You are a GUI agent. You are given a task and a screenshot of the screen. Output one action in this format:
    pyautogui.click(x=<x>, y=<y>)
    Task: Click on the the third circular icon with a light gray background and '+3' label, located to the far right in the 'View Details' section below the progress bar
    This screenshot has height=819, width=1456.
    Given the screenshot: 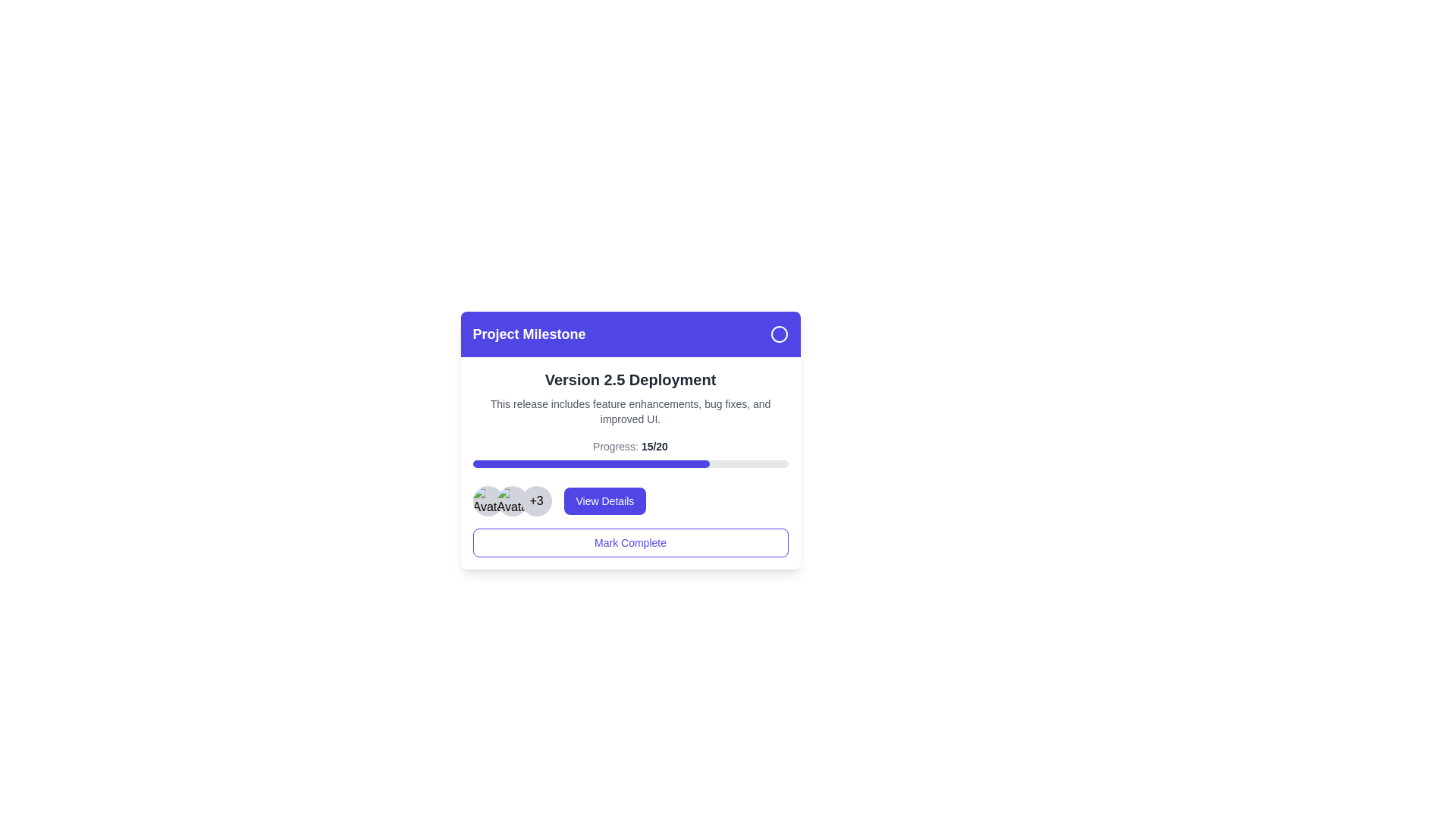 What is the action you would take?
    pyautogui.click(x=512, y=500)
    